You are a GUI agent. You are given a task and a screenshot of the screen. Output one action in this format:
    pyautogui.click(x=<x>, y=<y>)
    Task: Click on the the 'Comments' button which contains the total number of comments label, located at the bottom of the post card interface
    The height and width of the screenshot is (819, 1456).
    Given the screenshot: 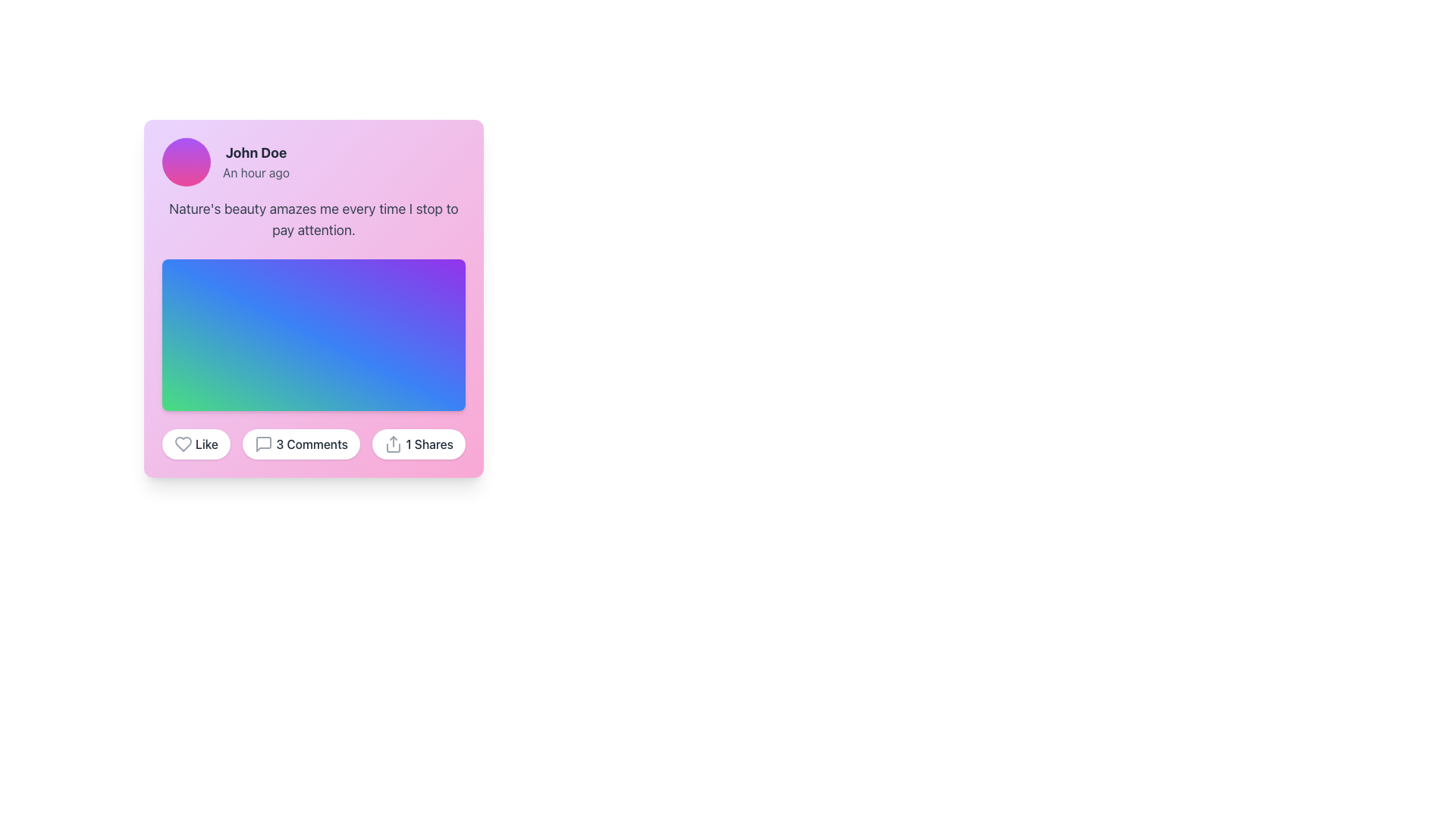 What is the action you would take?
    pyautogui.click(x=311, y=444)
    